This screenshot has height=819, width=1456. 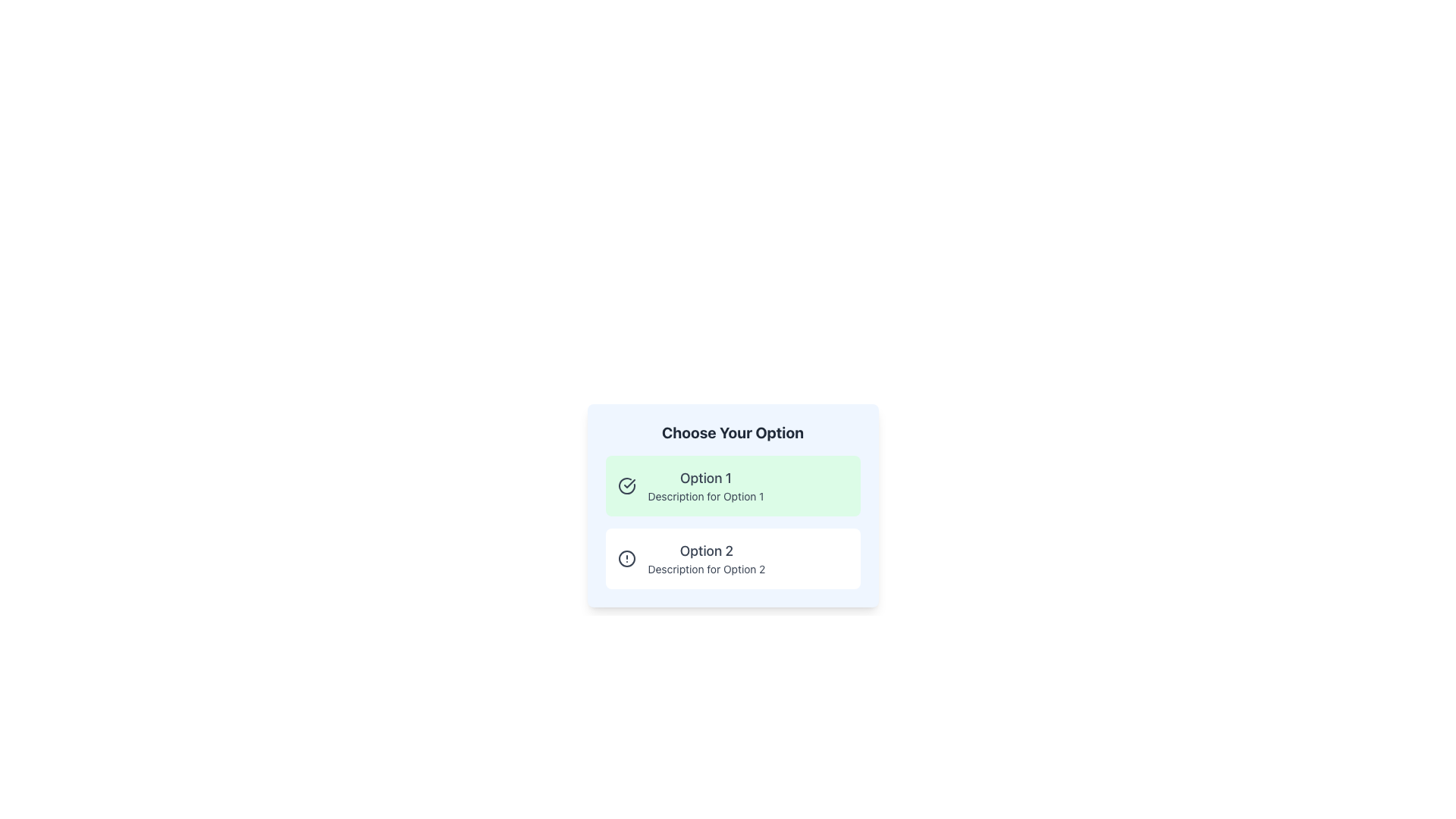 What do you see at coordinates (705, 497) in the screenshot?
I see `the text label 'Description for Option 1', which provides additional information about the 'Option 1' selection, located in the top green-highlighted region of the options panel` at bounding box center [705, 497].